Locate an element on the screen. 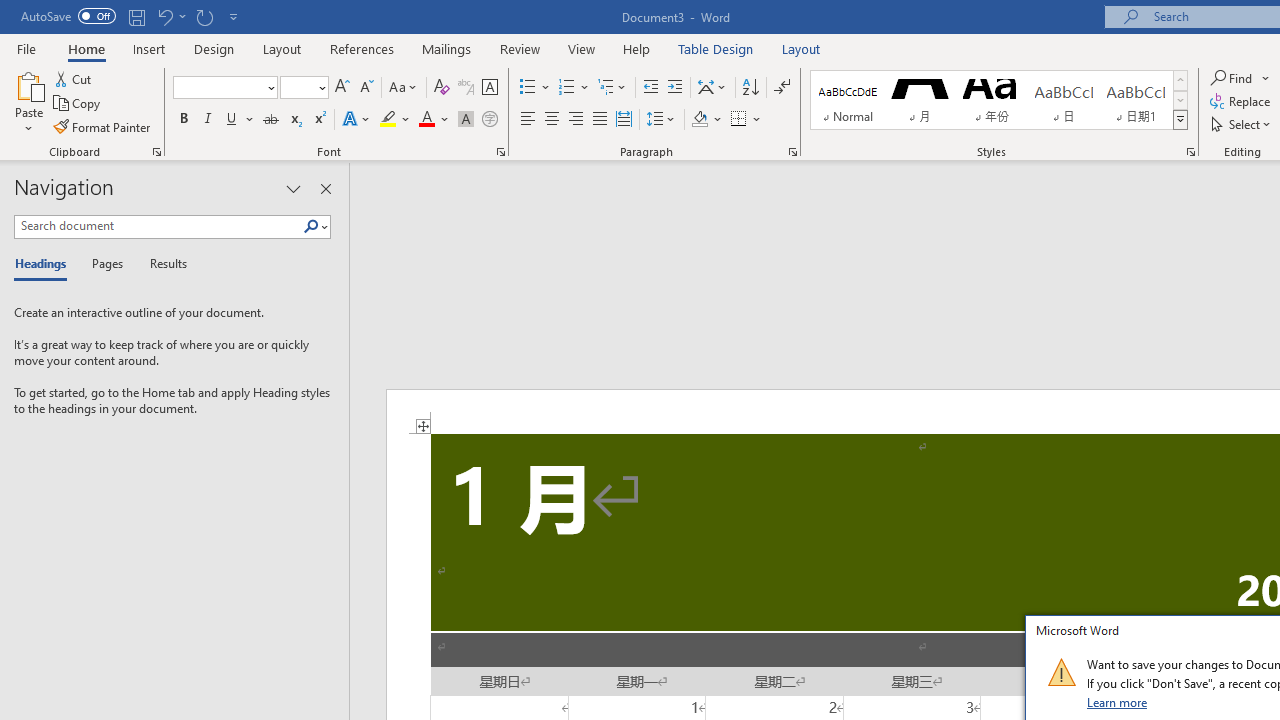  'Decrease Indent' is located at coordinates (650, 86).